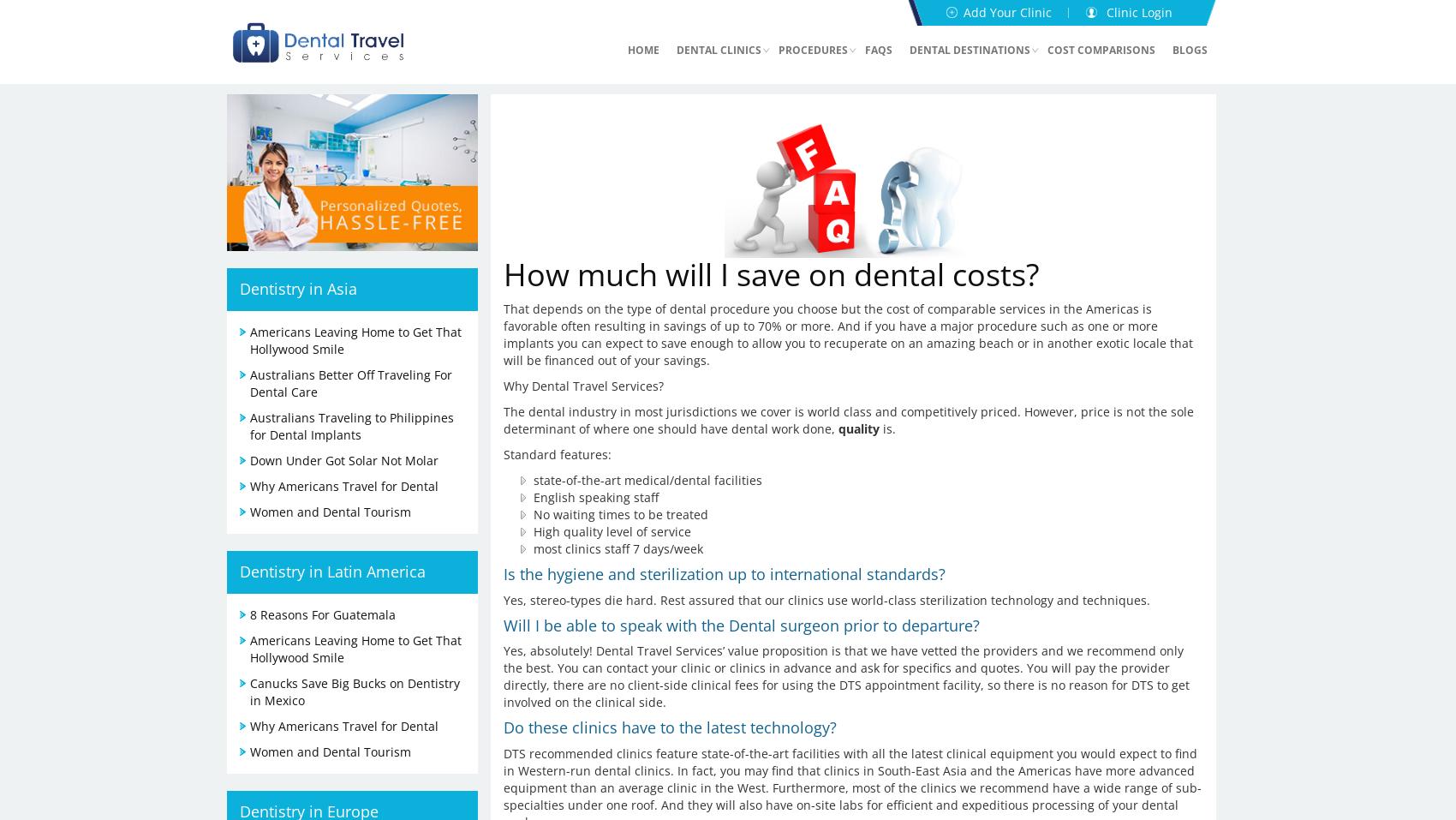 The width and height of the screenshot is (1456, 820). Describe the element at coordinates (1046, 49) in the screenshot. I see `'Cost Comparisons'` at that location.